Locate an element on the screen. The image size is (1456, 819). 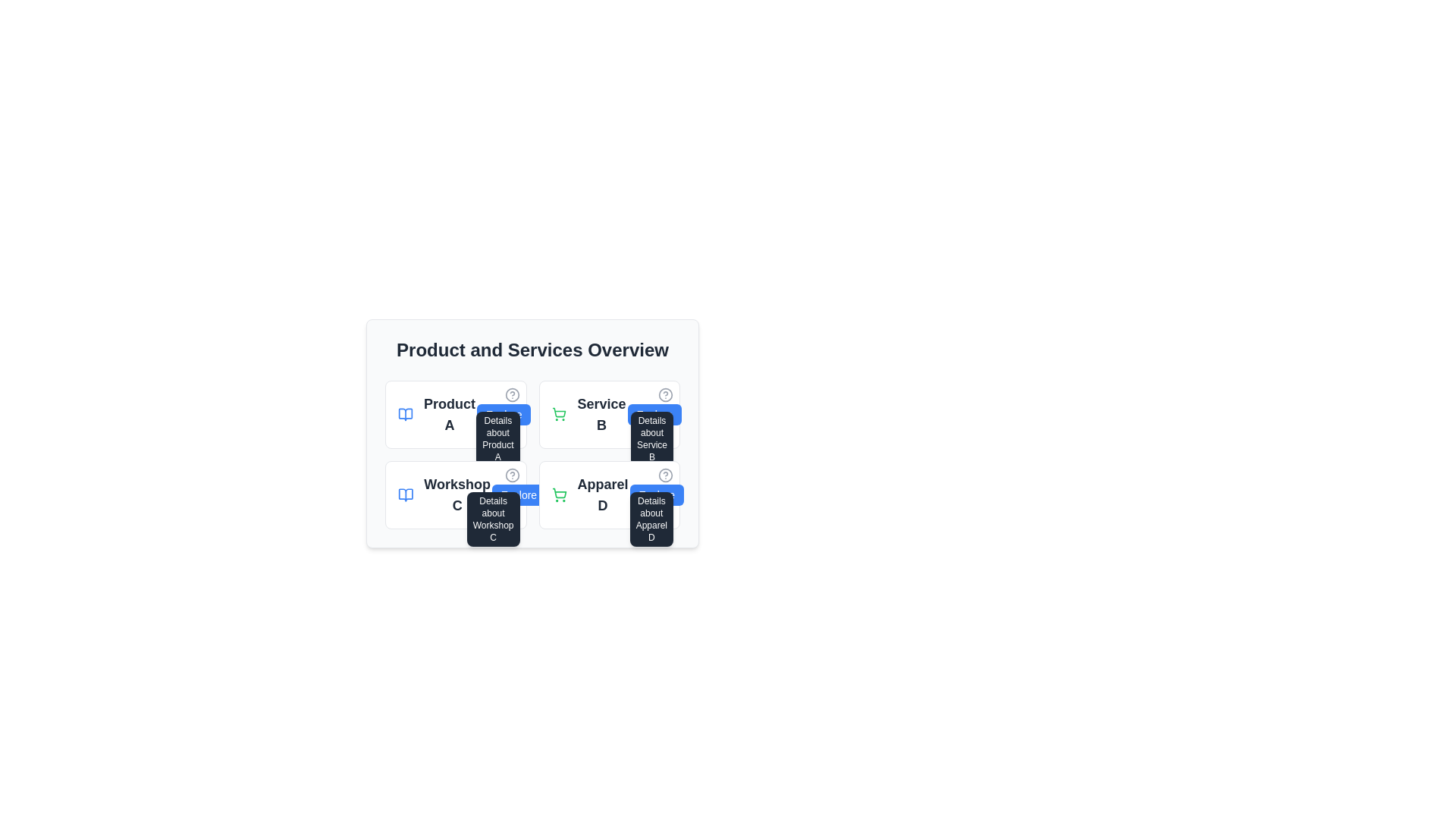
the Tooltip Trigger Icon, which is a circular icon with a '?' symbol inside, located at the upper-right corner of the 'Apparel D' product card is located at coordinates (666, 475).